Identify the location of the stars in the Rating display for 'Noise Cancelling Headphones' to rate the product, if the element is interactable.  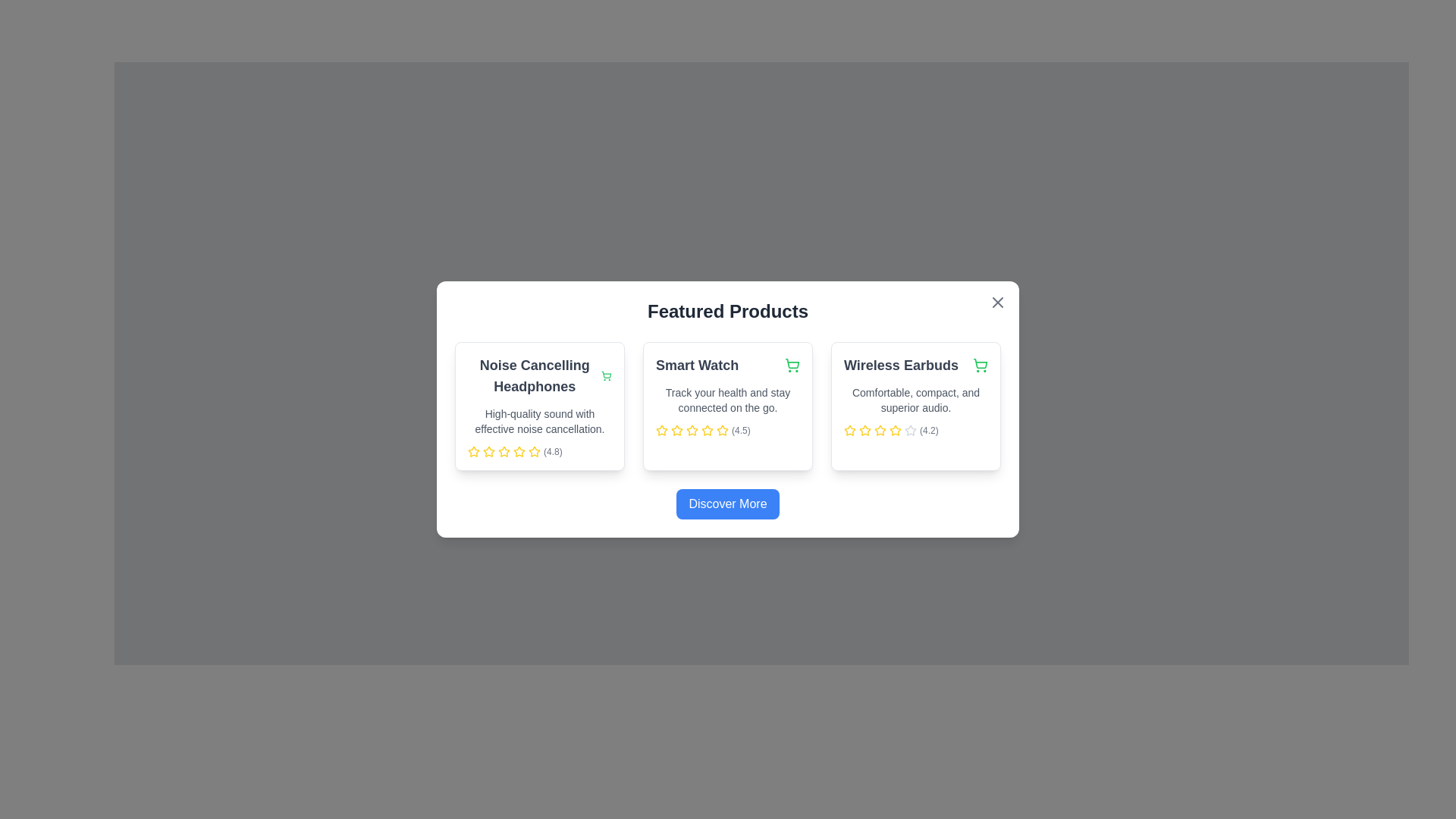
(539, 451).